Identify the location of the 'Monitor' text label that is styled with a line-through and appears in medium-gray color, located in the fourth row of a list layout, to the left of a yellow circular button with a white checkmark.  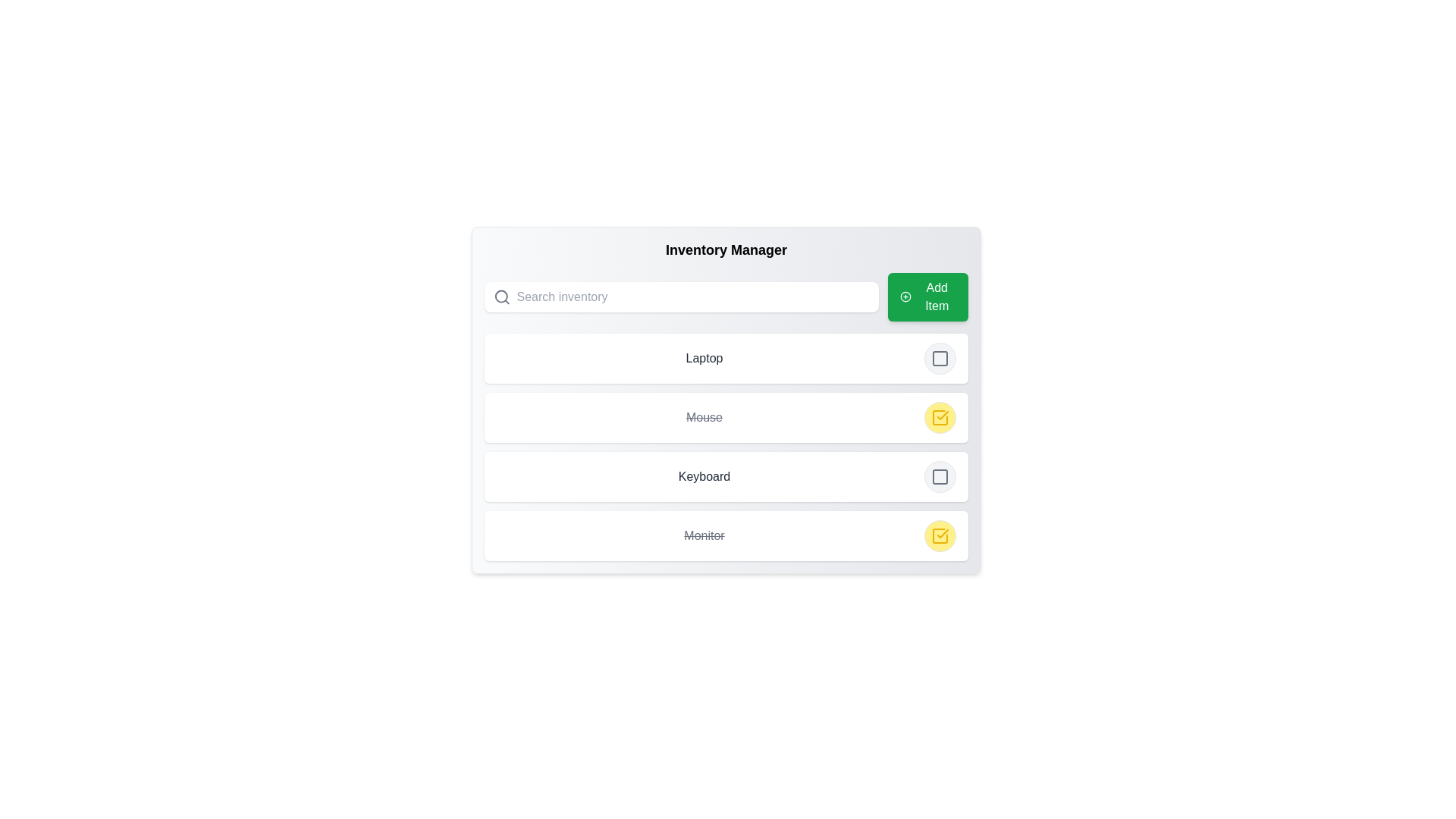
(704, 535).